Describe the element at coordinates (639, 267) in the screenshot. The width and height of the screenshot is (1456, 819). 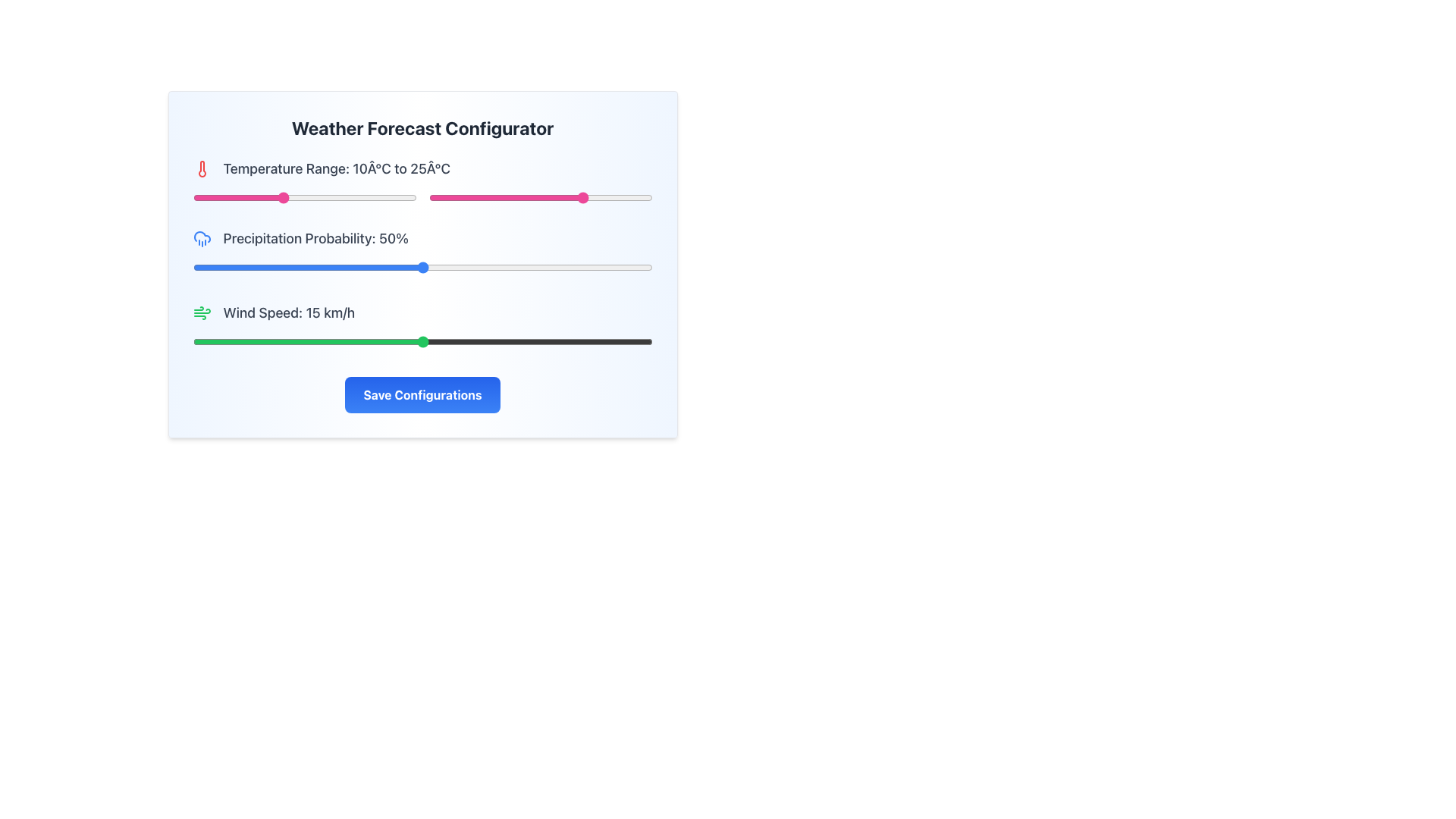
I see `precipitation probability` at that location.